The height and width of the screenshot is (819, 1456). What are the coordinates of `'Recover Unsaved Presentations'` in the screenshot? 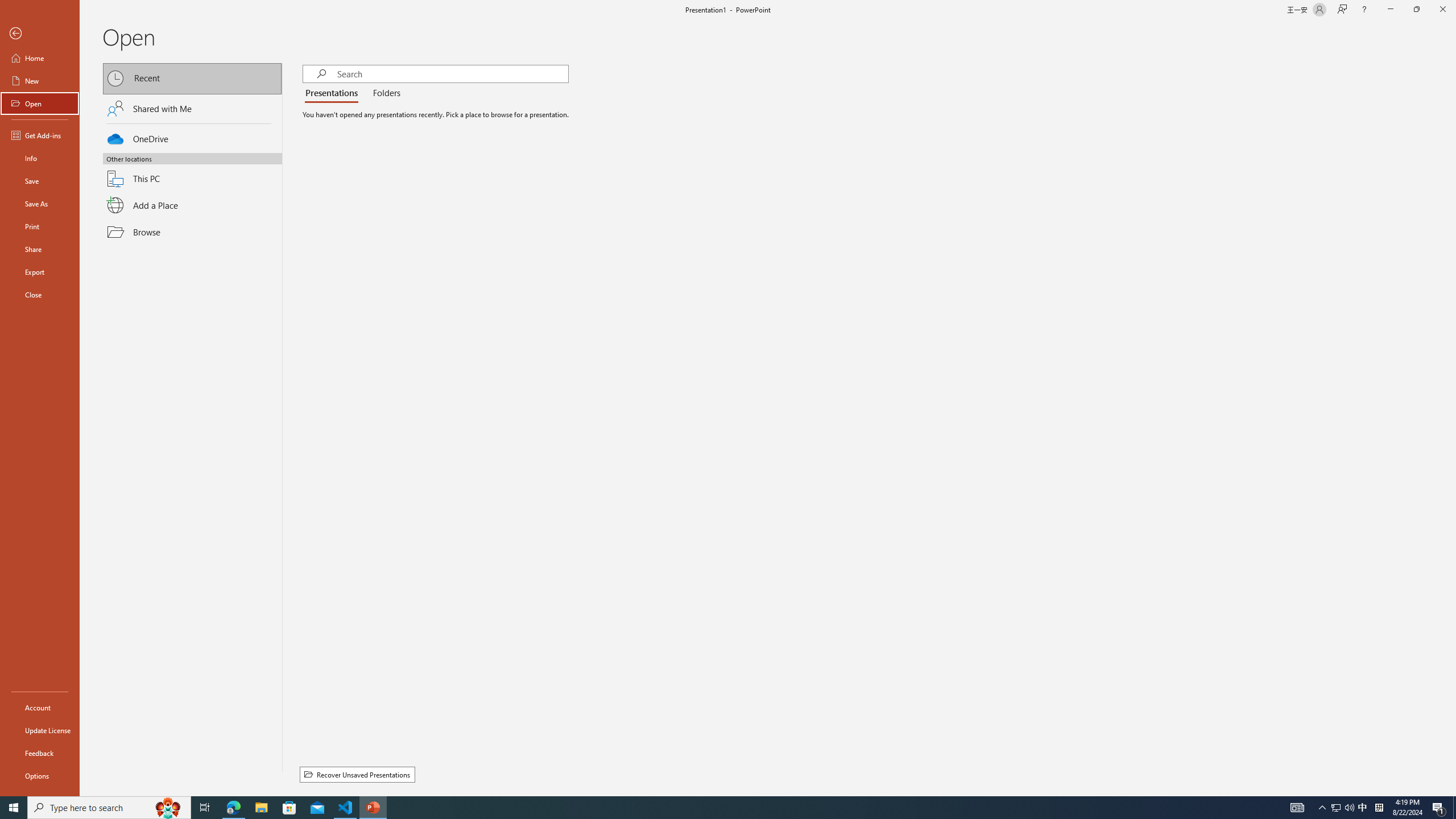 It's located at (357, 775).